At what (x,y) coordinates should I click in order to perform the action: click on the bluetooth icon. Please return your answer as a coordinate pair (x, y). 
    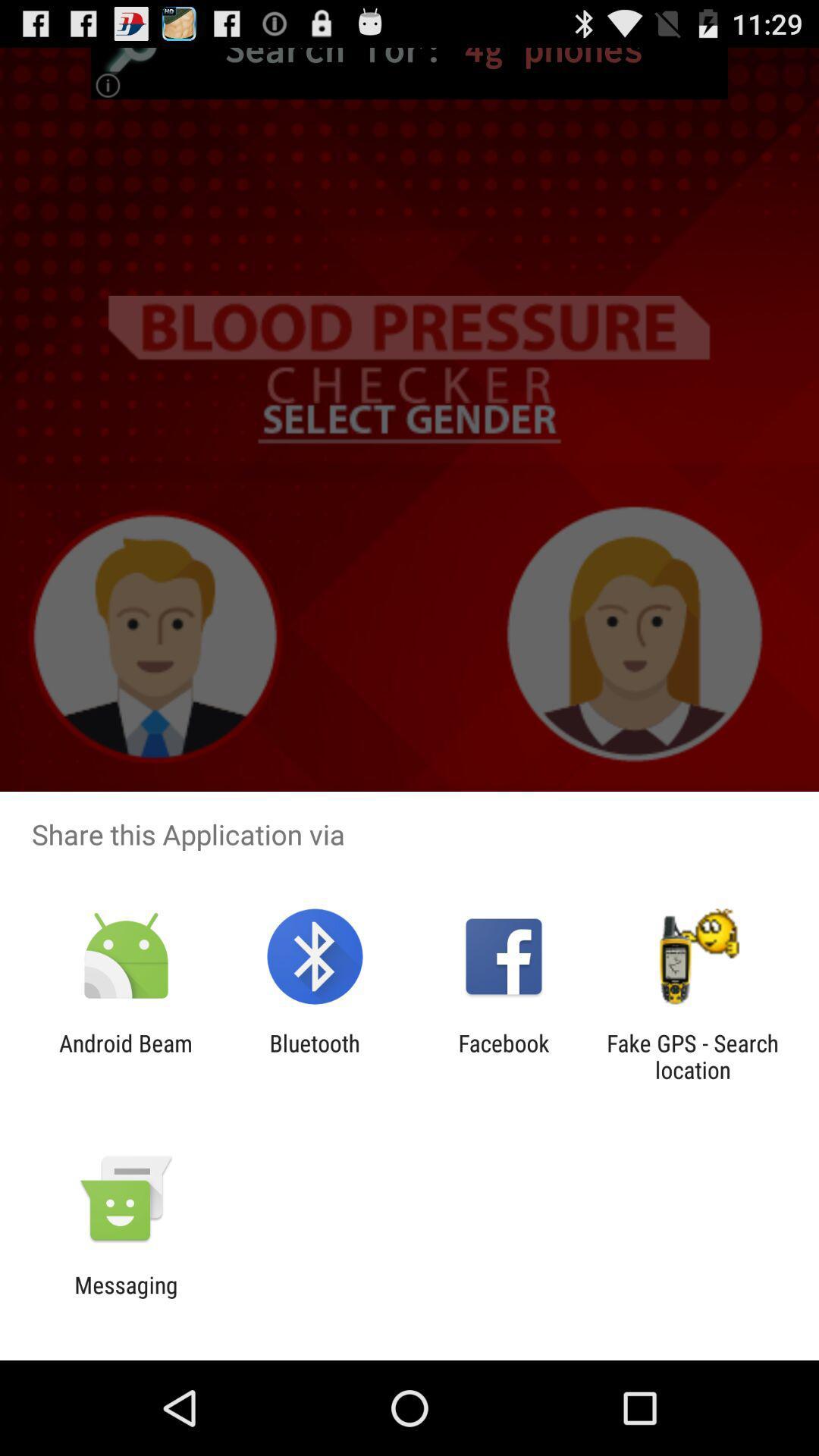
    Looking at the image, I should click on (314, 1056).